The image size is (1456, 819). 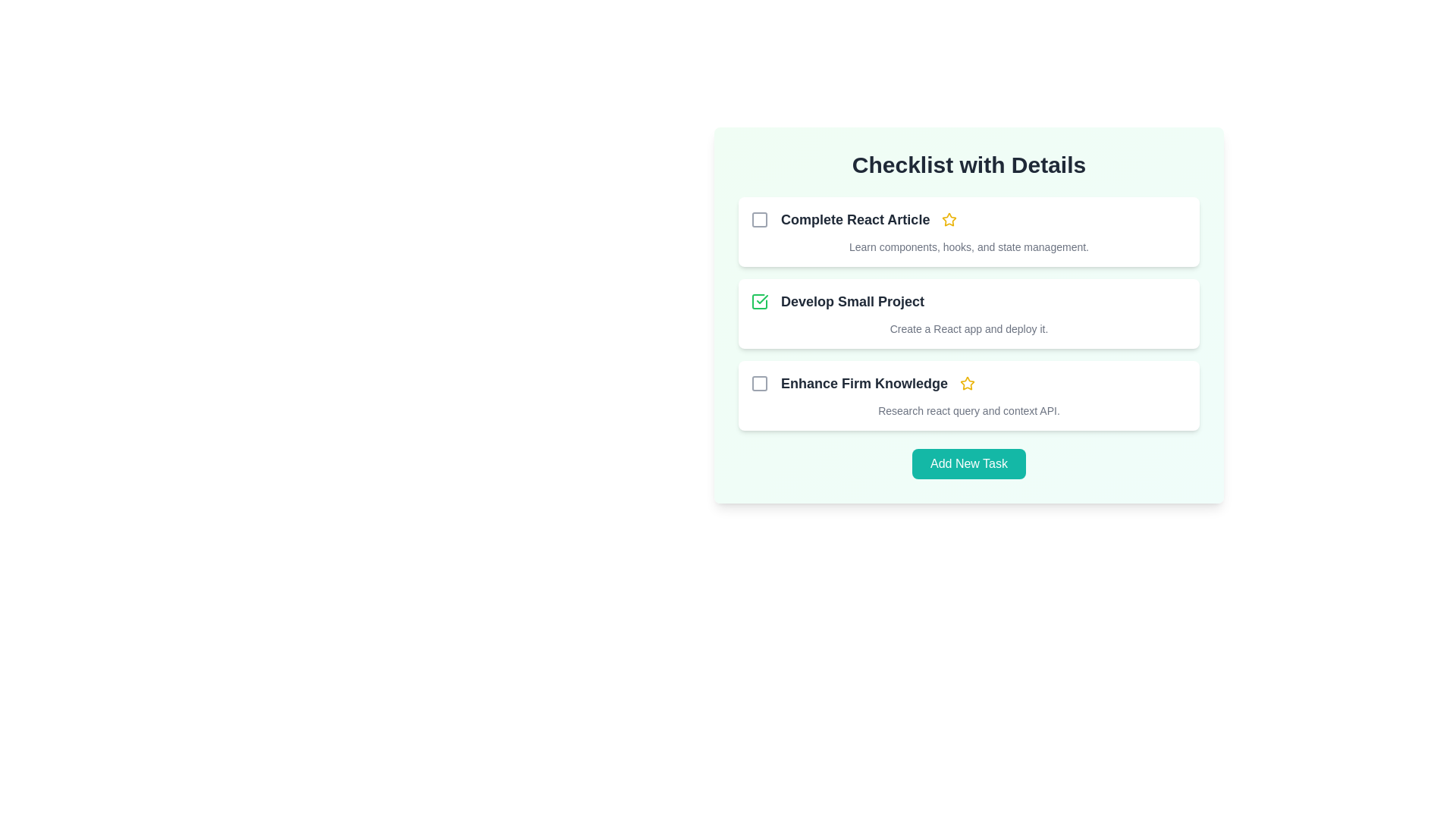 I want to click on the 'Add New Task' button, so click(x=968, y=463).